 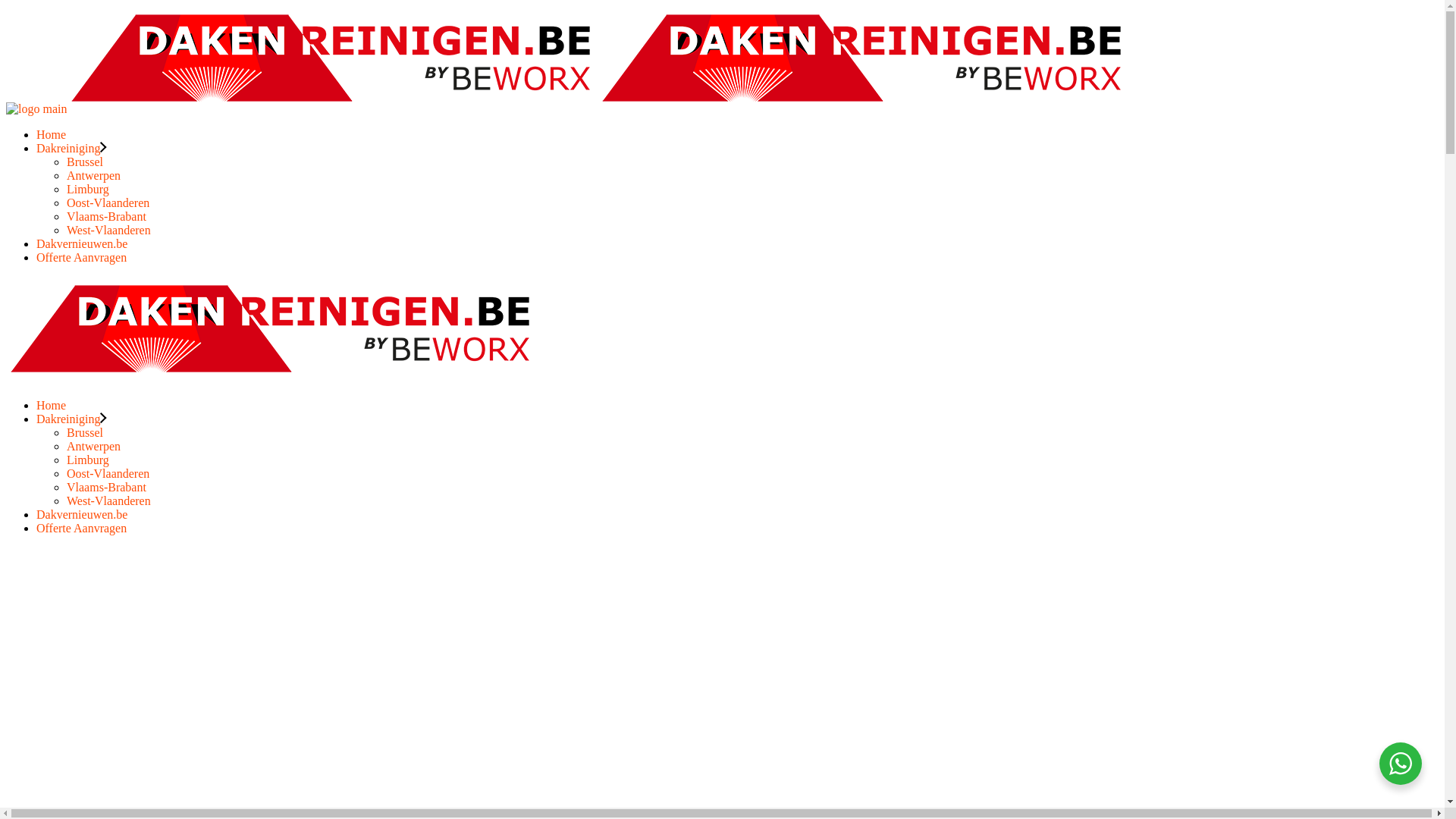 I want to click on 'Dakvernieuwen.be', so click(x=80, y=243).